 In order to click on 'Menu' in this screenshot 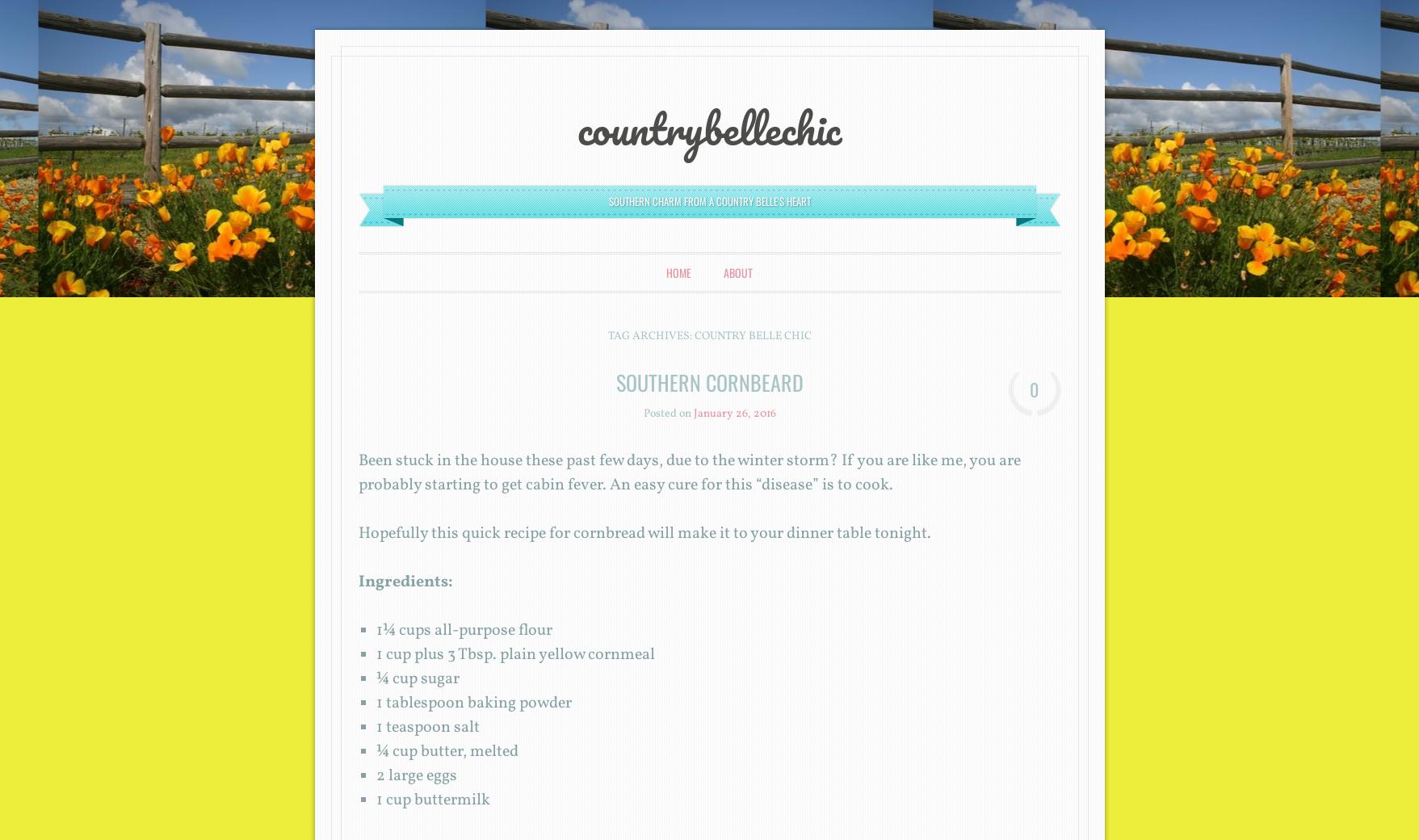, I will do `click(380, 265)`.